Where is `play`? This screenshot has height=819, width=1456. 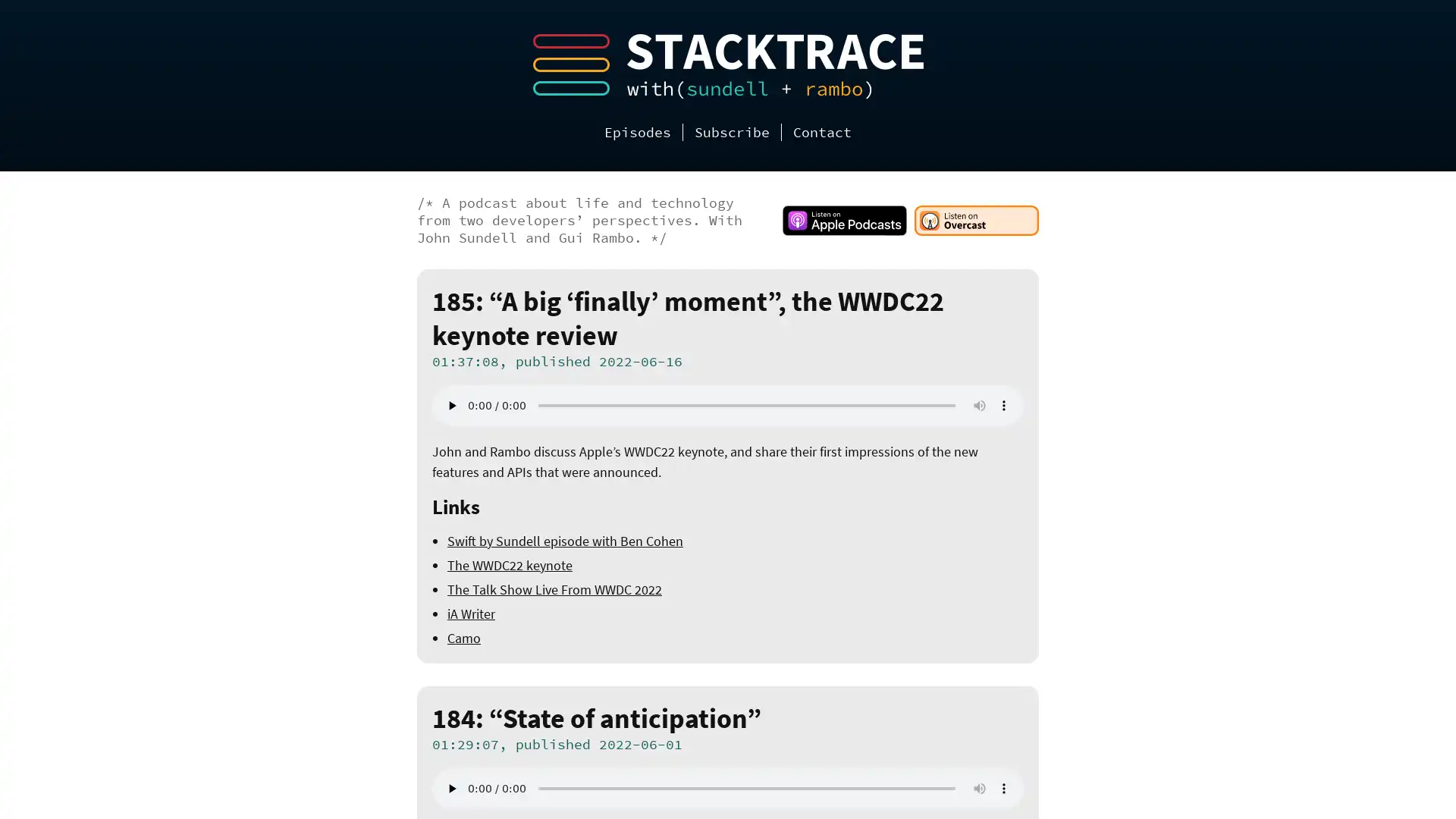
play is located at coordinates (450, 788).